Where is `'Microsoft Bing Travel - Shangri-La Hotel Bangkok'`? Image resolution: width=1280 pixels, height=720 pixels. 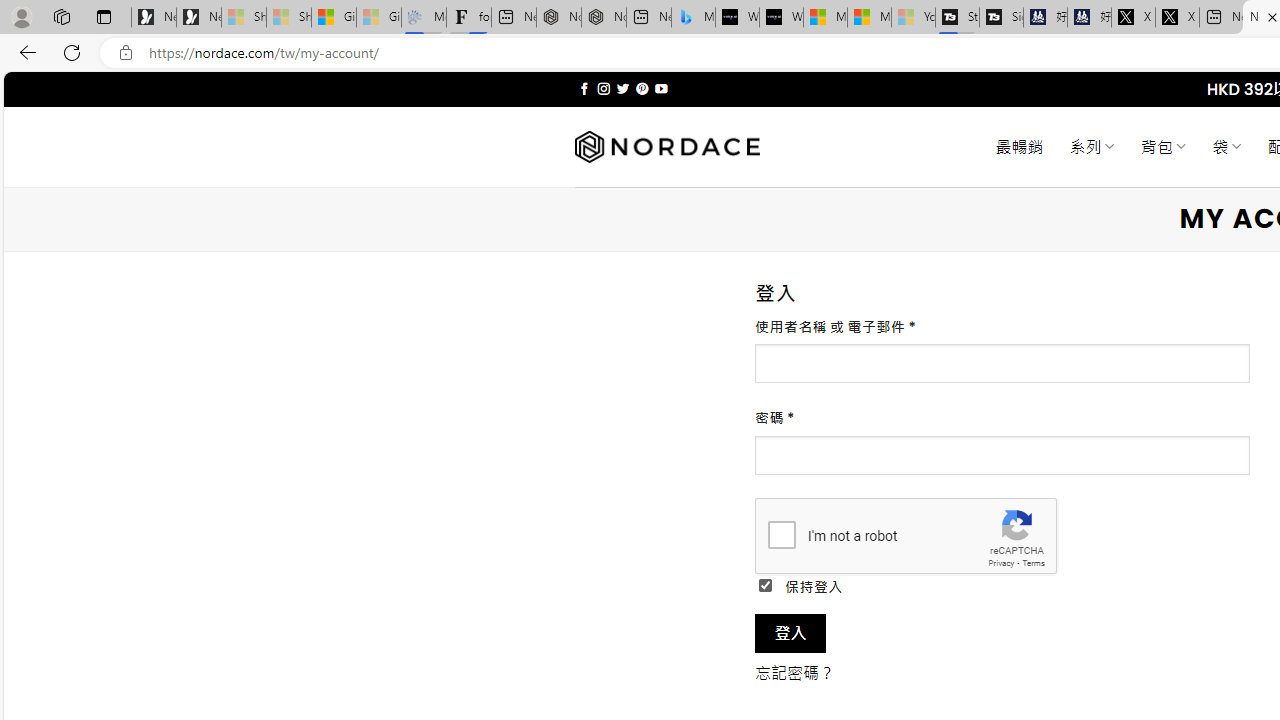
'Microsoft Bing Travel - Shangri-La Hotel Bangkok' is located at coordinates (693, 17).